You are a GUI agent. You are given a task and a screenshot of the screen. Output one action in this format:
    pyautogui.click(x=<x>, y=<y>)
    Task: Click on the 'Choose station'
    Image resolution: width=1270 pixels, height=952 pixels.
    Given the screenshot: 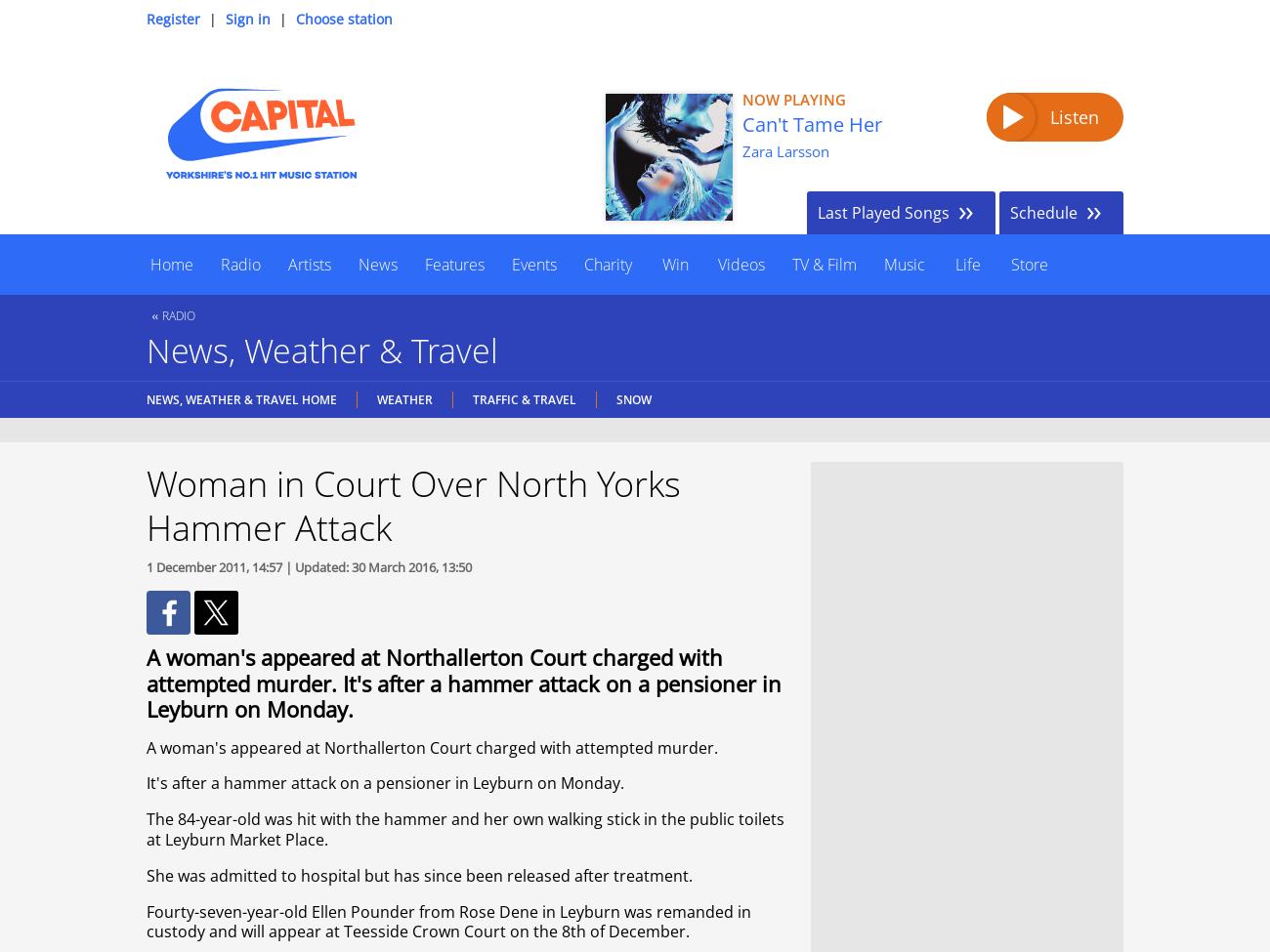 What is the action you would take?
    pyautogui.click(x=343, y=19)
    